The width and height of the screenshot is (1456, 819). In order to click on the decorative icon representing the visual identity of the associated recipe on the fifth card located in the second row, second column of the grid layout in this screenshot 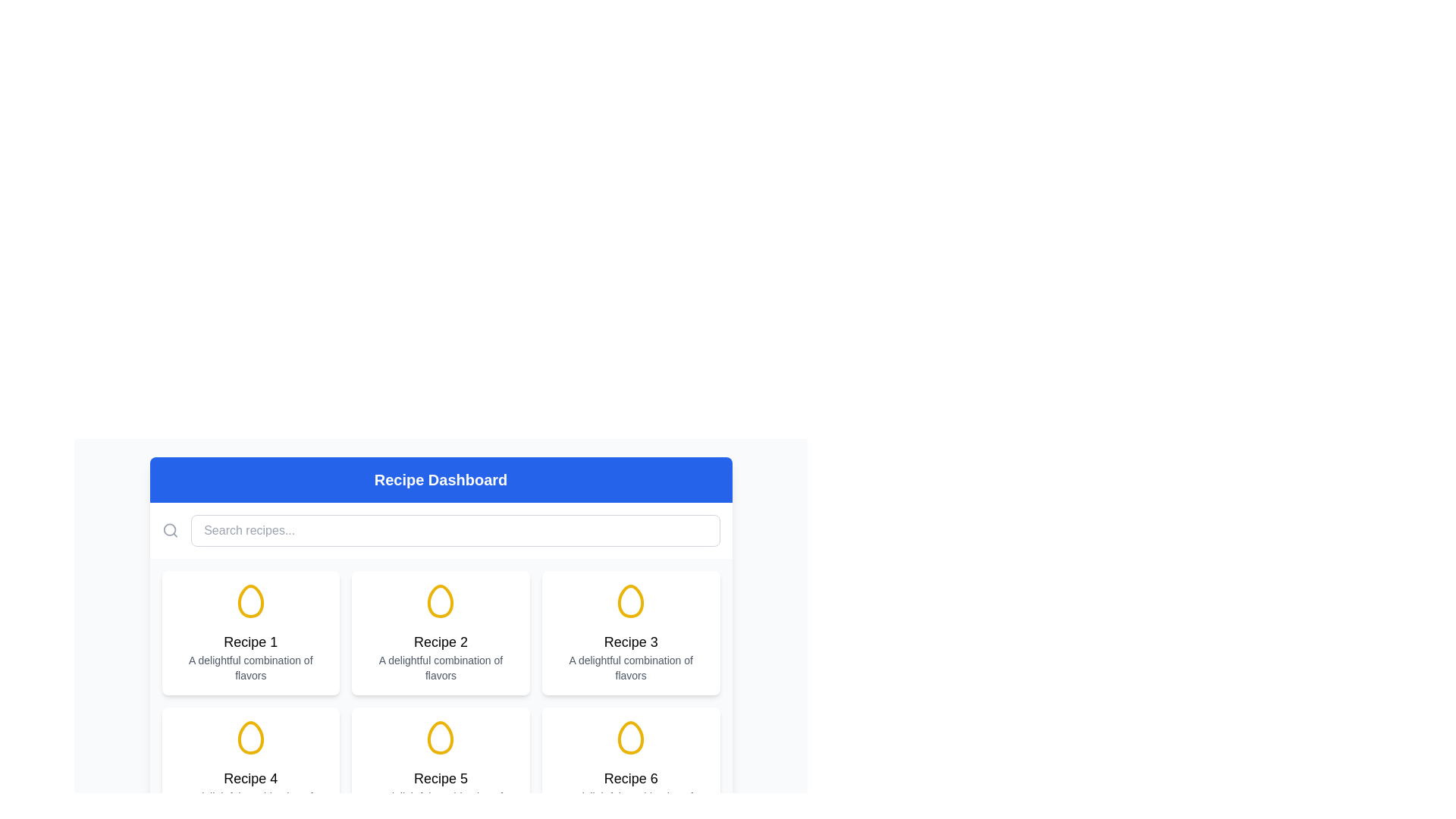, I will do `click(440, 736)`.